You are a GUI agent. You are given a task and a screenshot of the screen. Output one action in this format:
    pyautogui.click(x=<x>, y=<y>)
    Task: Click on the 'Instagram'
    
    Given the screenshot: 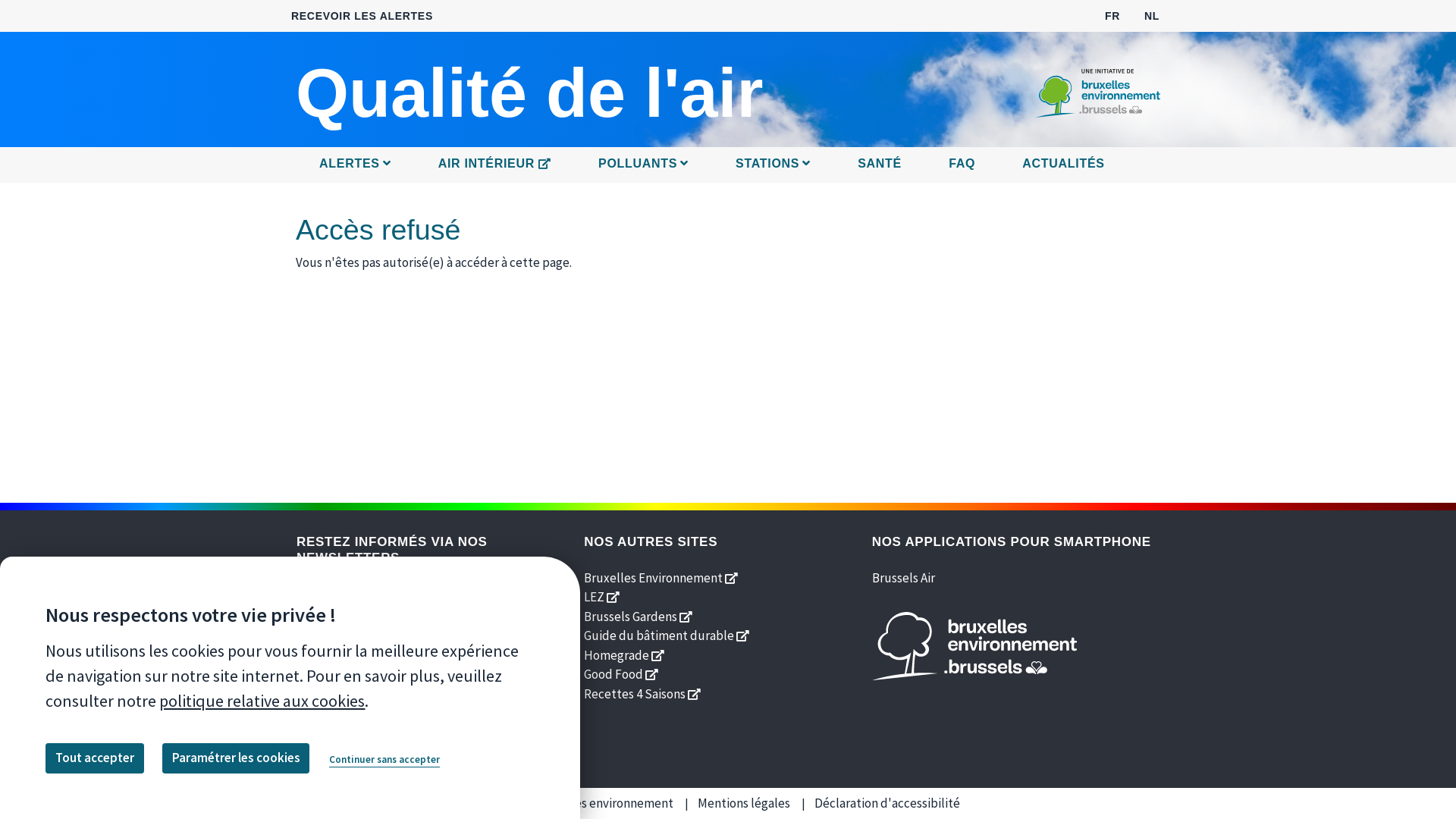 What is the action you would take?
    pyautogui.click(x=435, y=686)
    